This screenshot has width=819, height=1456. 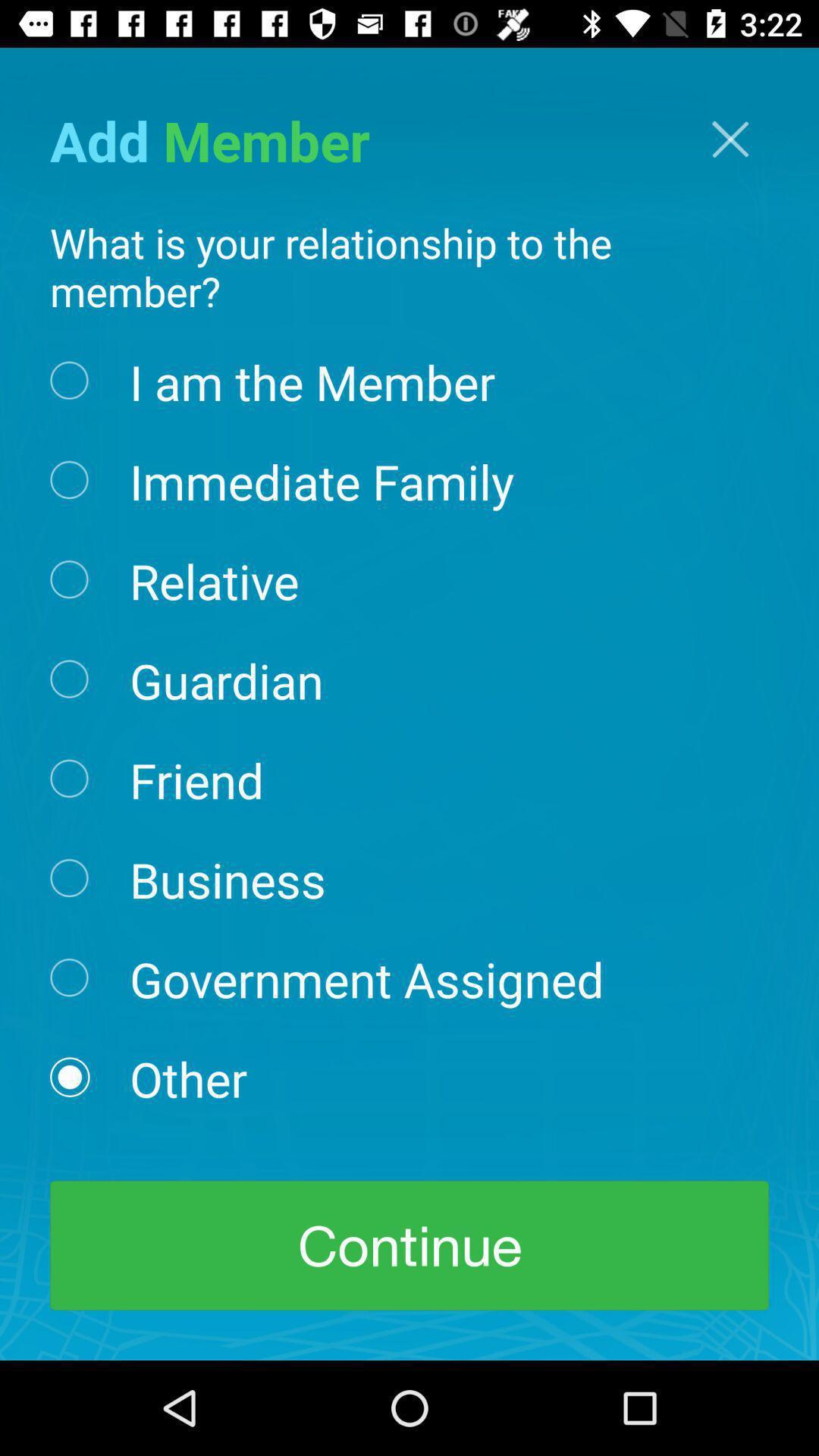 I want to click on item above the other, so click(x=366, y=978).